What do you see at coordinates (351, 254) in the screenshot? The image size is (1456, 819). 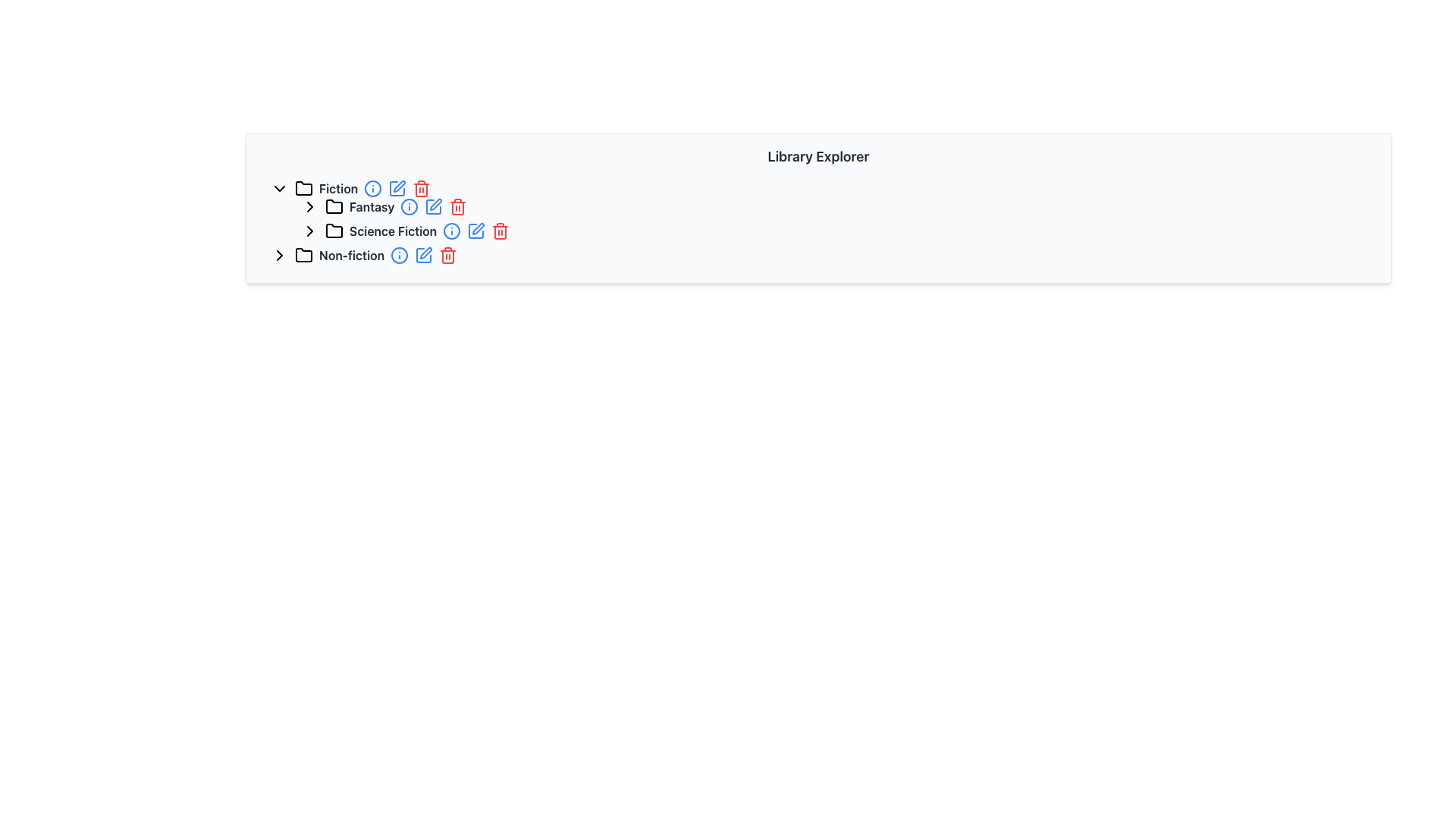 I see `the static text label that indicates a category of content, located under the folder hierarchy starting with 'Fiction', and sibling to 'Fantasy' and 'Science Fiction'` at bounding box center [351, 254].